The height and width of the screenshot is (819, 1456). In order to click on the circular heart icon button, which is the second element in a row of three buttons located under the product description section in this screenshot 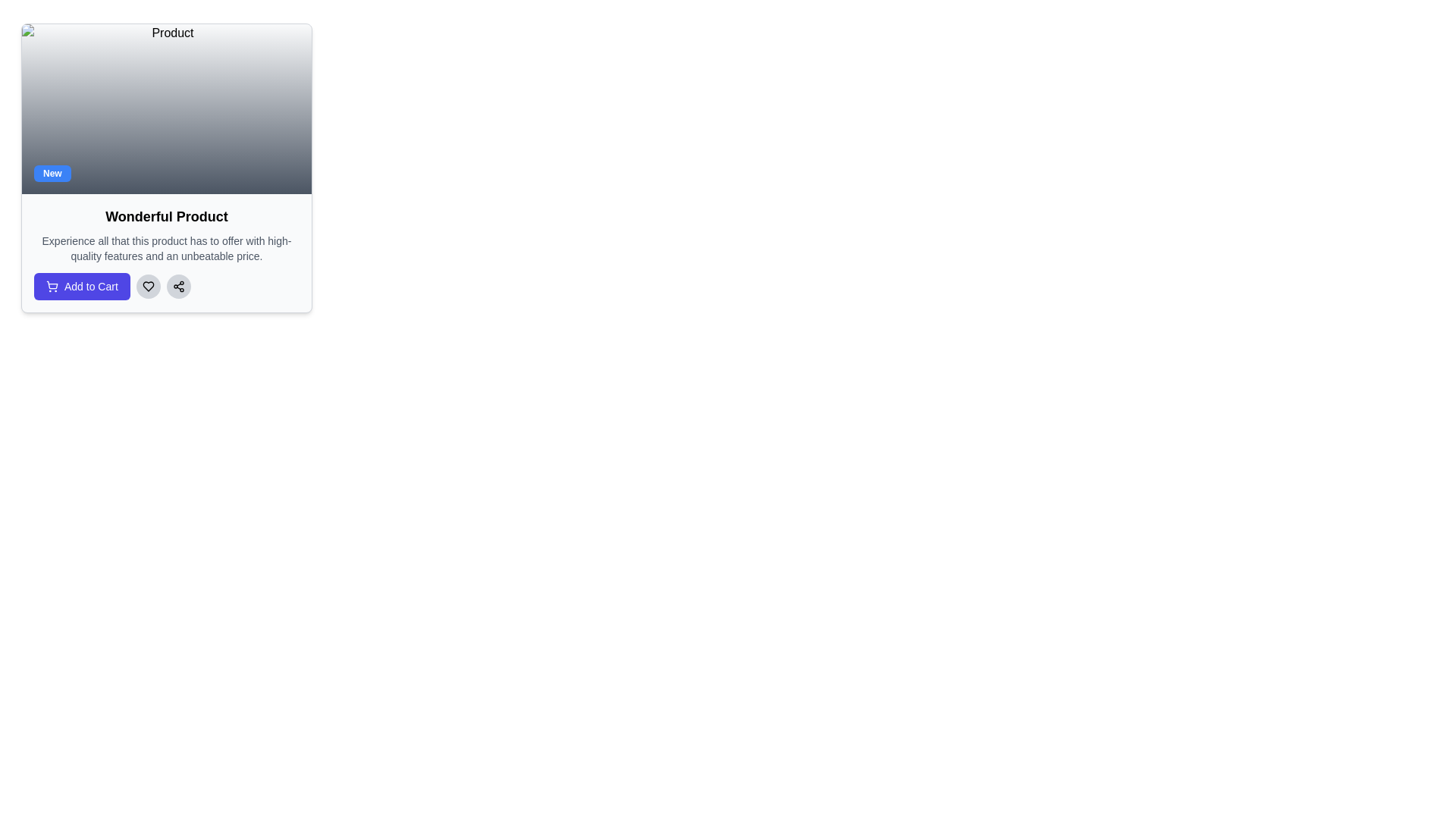, I will do `click(167, 287)`.